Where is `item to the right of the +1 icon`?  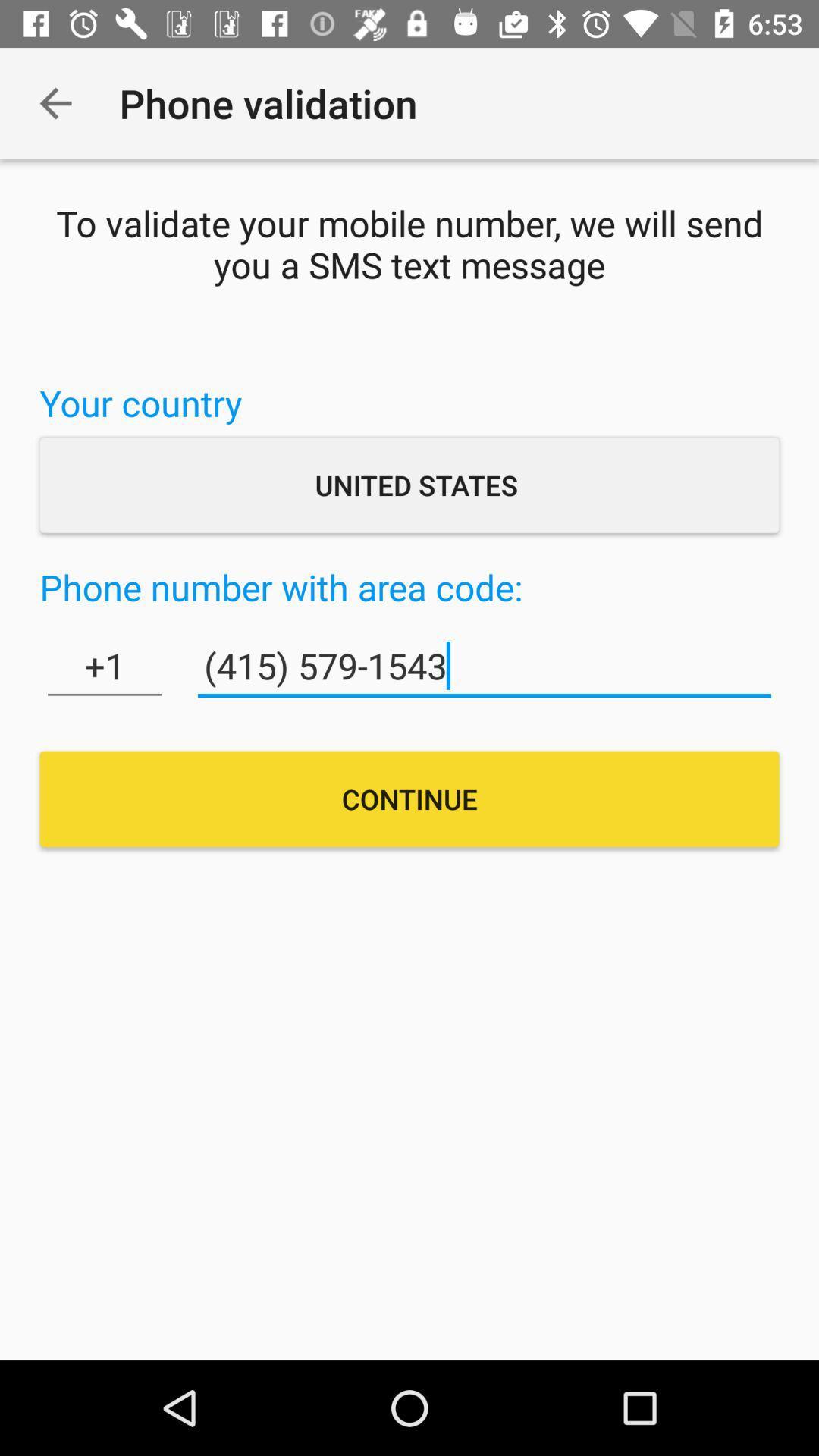
item to the right of the +1 icon is located at coordinates (485, 666).